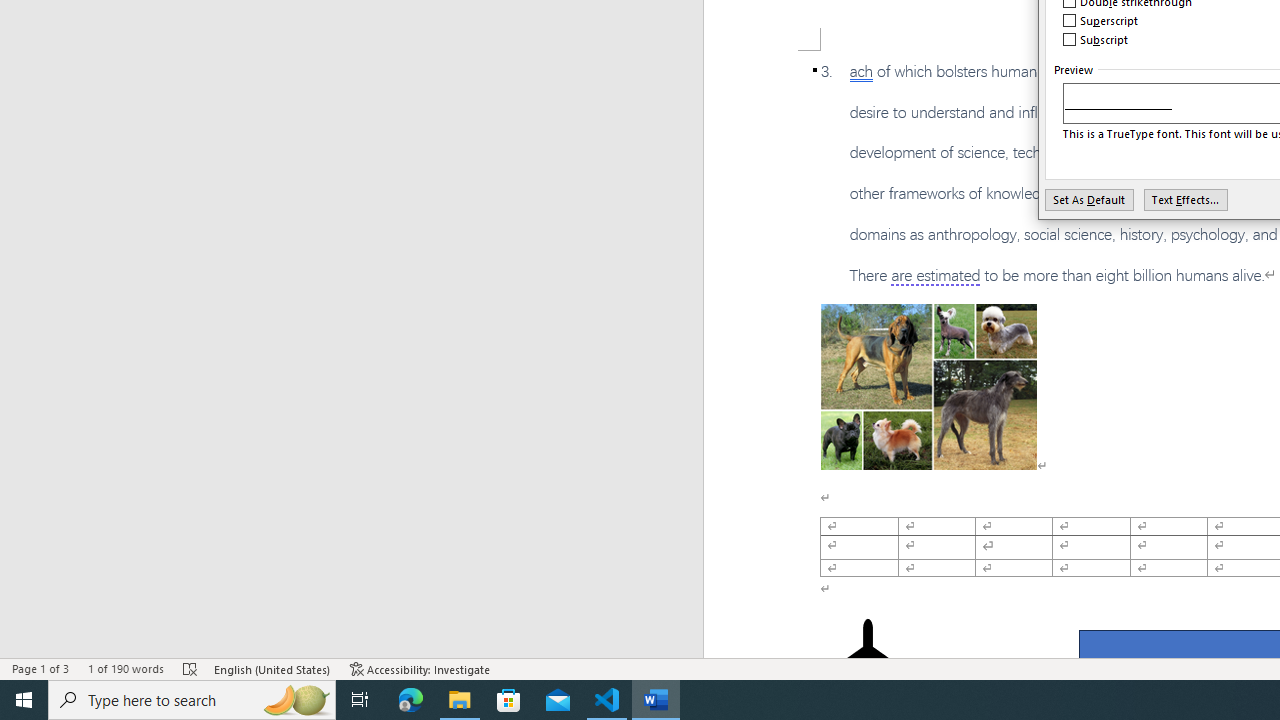  Describe the element at coordinates (656, 698) in the screenshot. I see `'Word - 1 running window'` at that location.